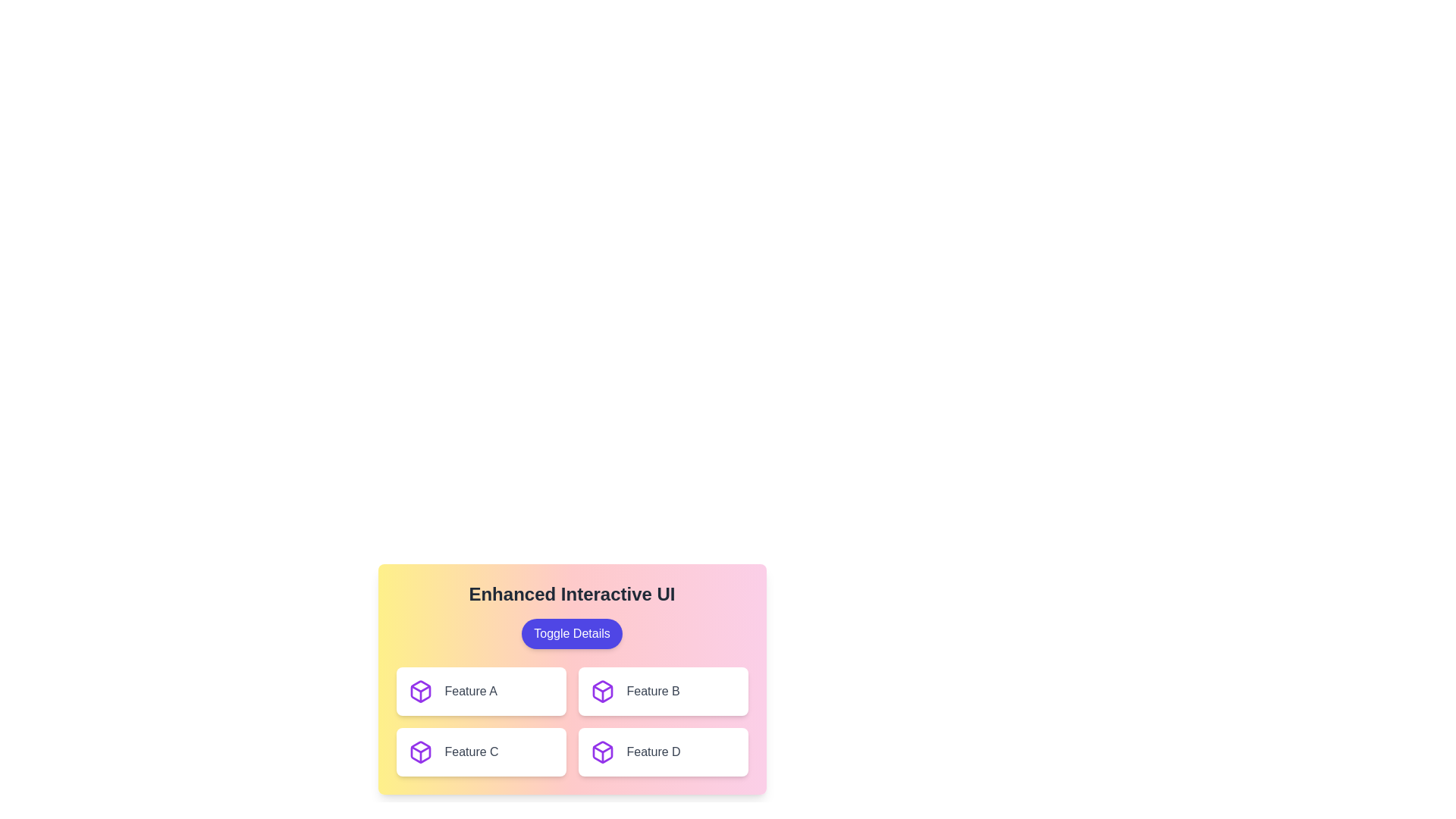 The width and height of the screenshot is (1456, 819). I want to click on the 'Feature D' text label styled in gray, located at the bottom right of the feature grid inside a card-like structure, so click(654, 752).